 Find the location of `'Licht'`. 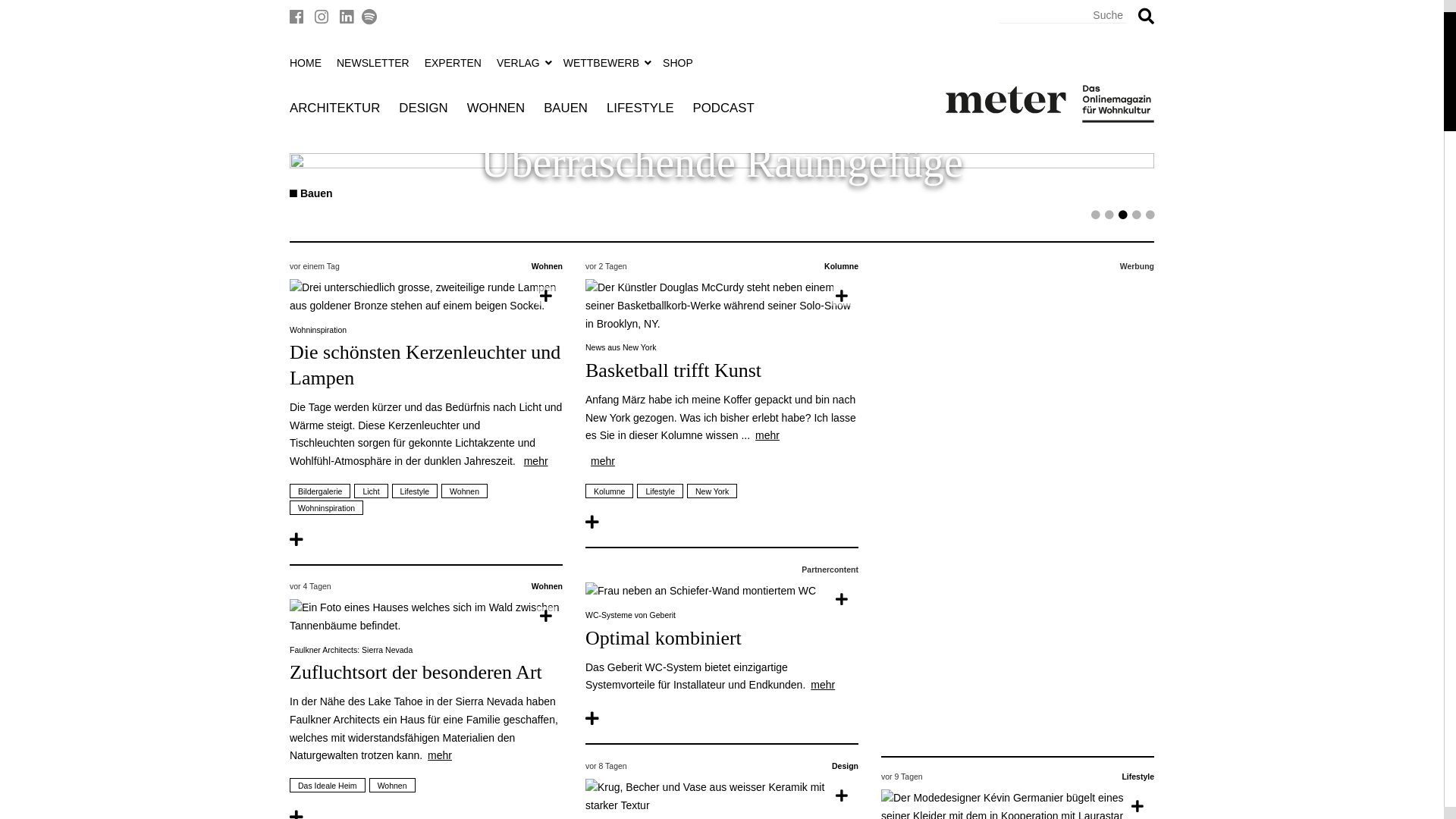

'Licht' is located at coordinates (371, 491).